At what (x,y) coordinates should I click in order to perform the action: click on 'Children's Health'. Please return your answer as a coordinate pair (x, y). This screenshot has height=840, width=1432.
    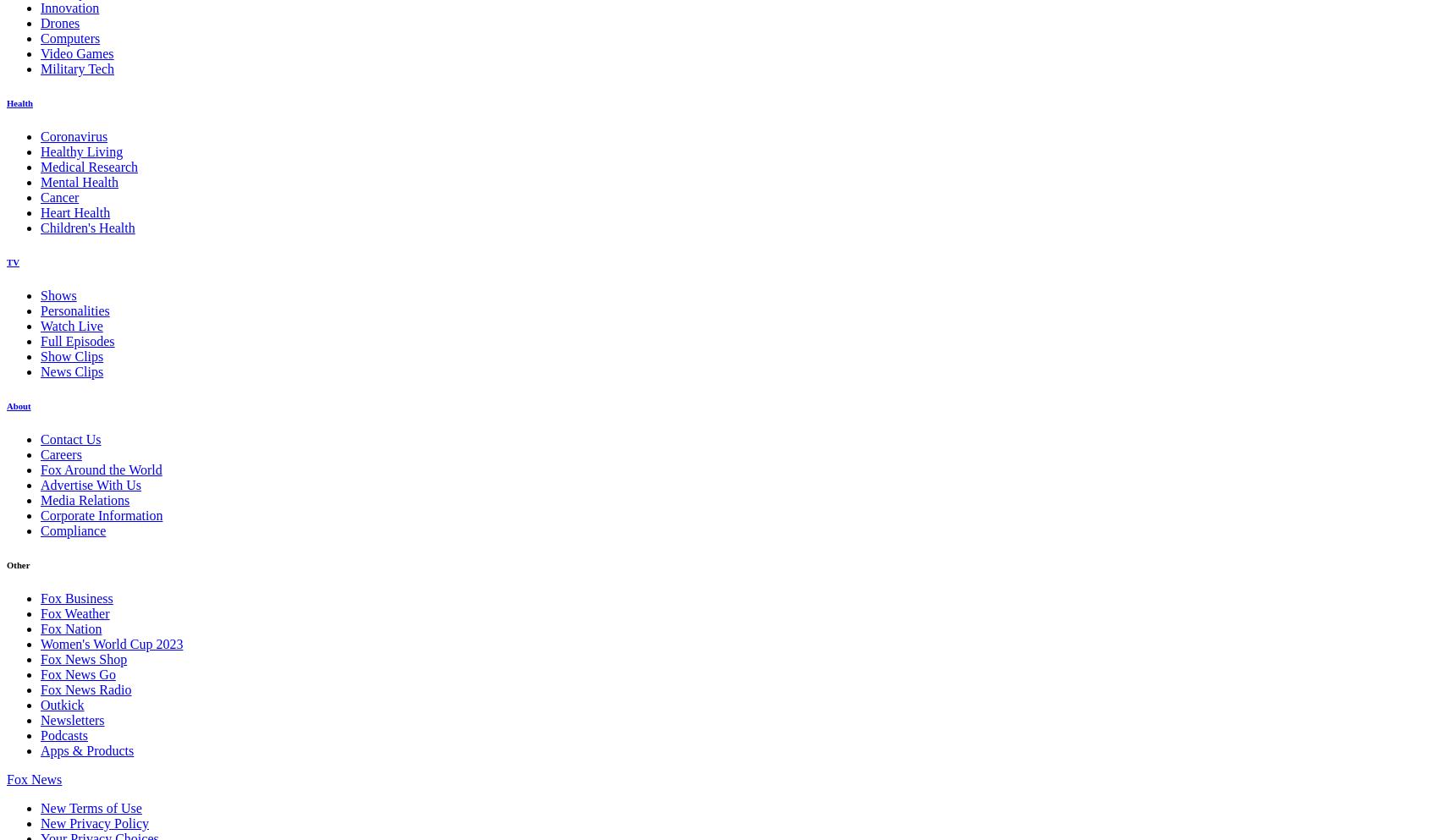
    Looking at the image, I should click on (40, 228).